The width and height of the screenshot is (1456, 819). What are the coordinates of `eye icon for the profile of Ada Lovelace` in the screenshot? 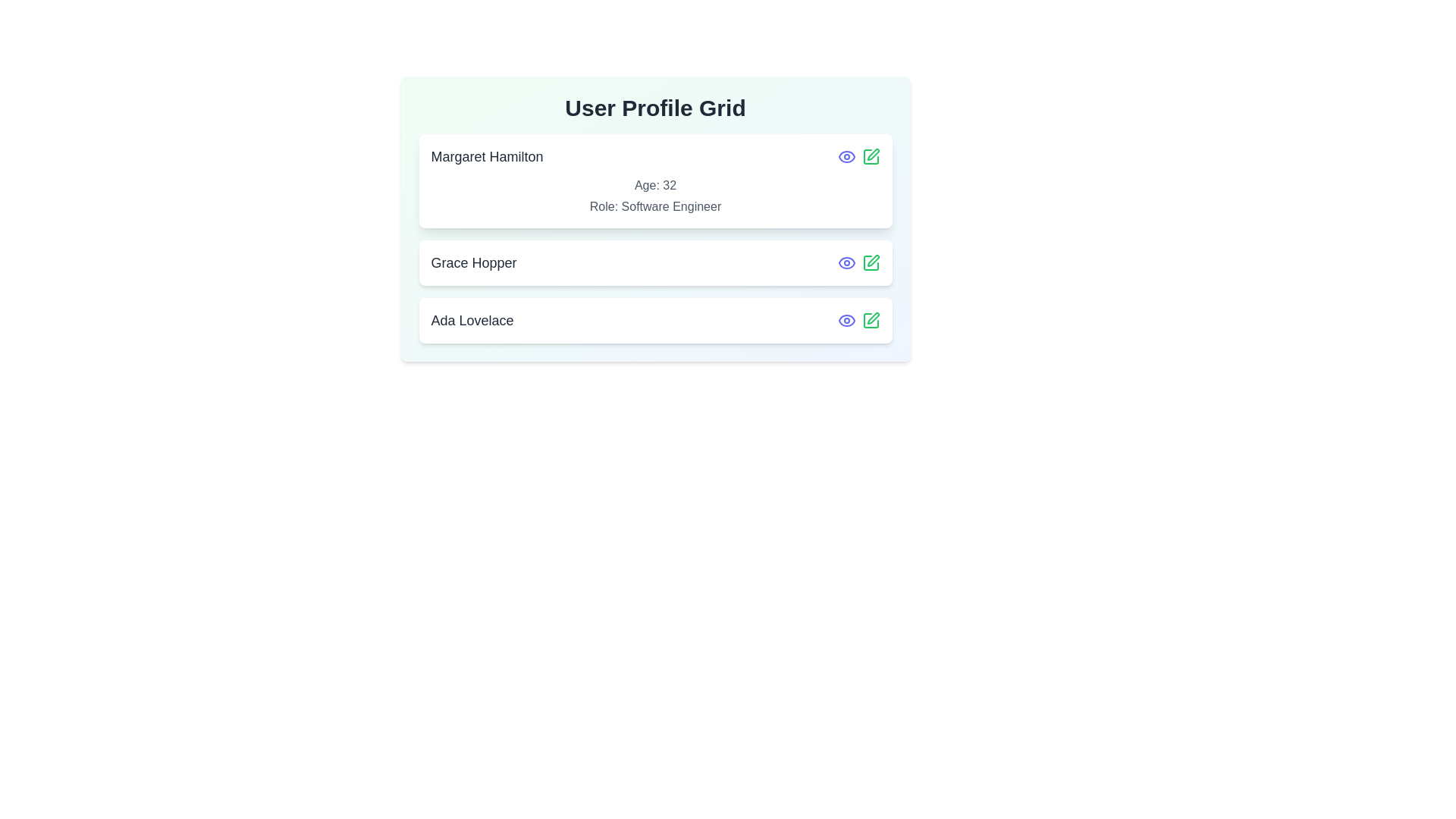 It's located at (846, 320).